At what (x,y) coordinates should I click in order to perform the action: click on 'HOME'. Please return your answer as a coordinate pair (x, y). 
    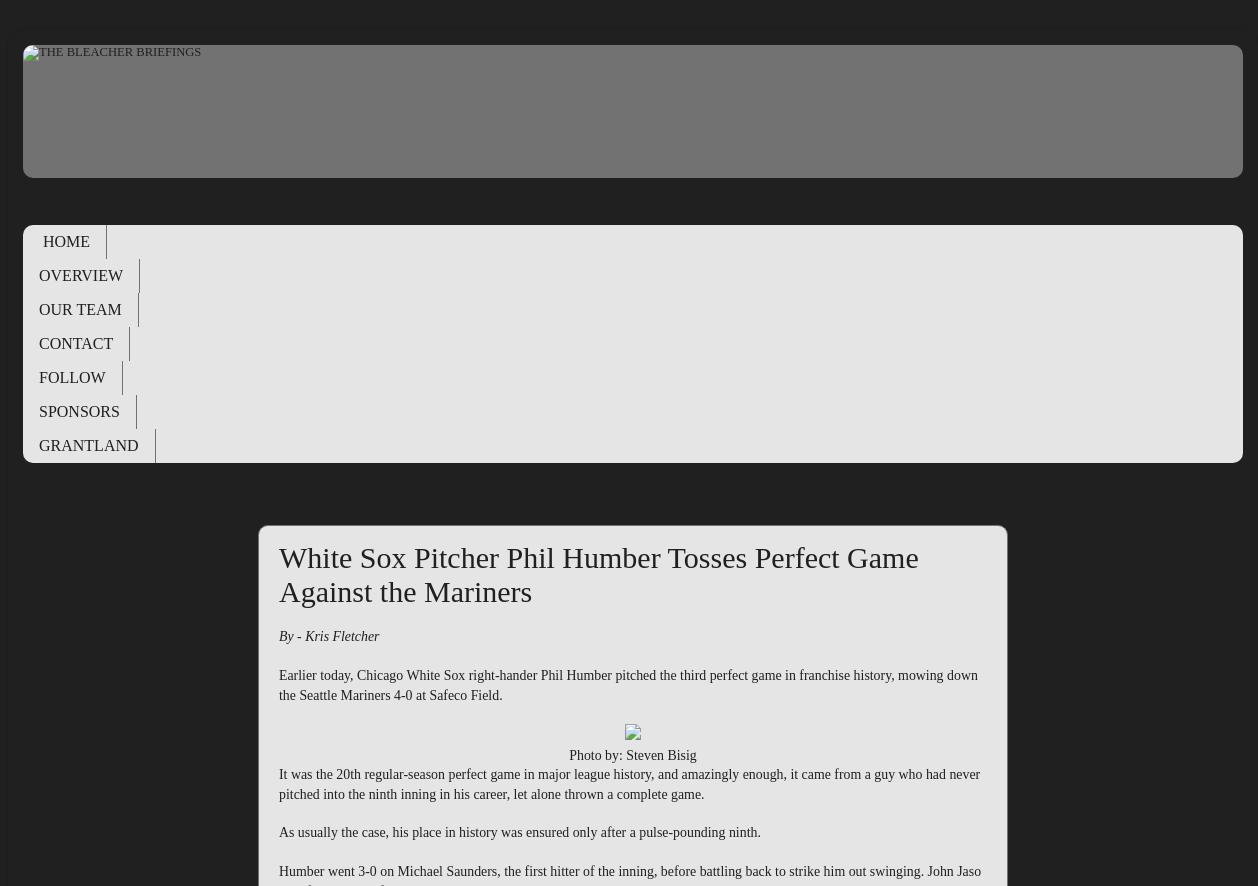
    Looking at the image, I should click on (66, 239).